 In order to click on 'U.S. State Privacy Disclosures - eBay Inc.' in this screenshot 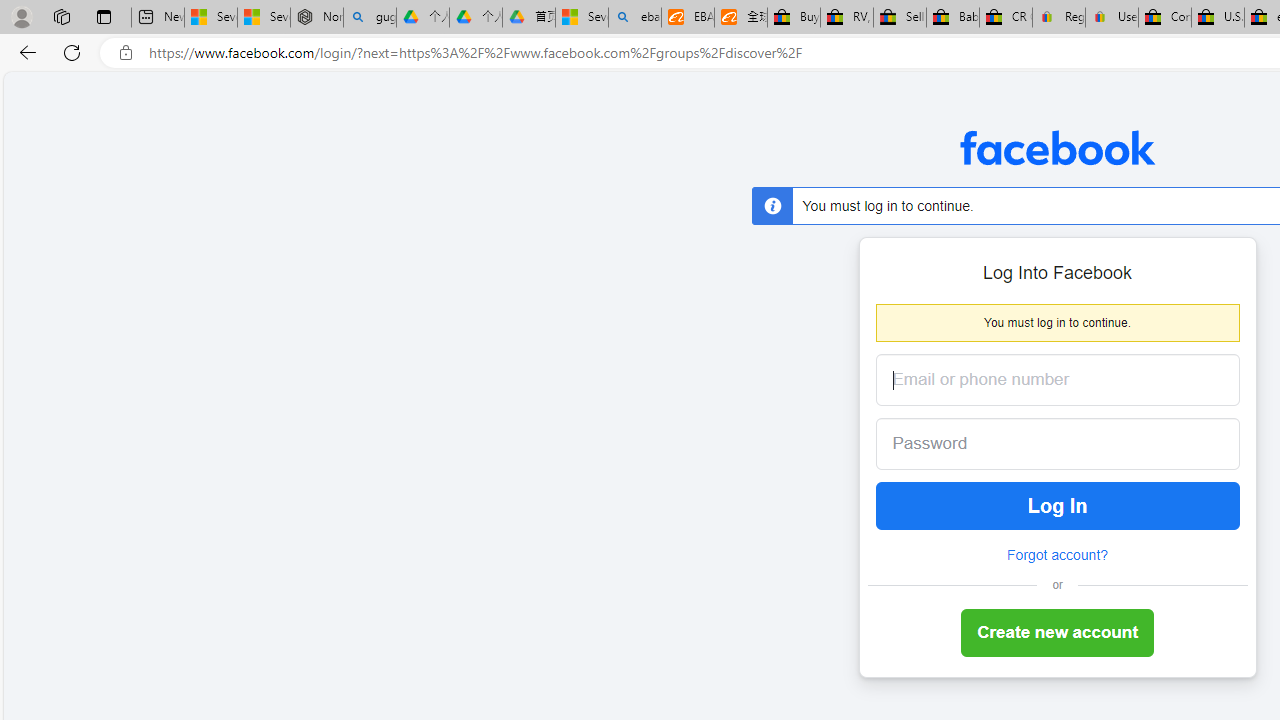, I will do `click(1216, 17)`.